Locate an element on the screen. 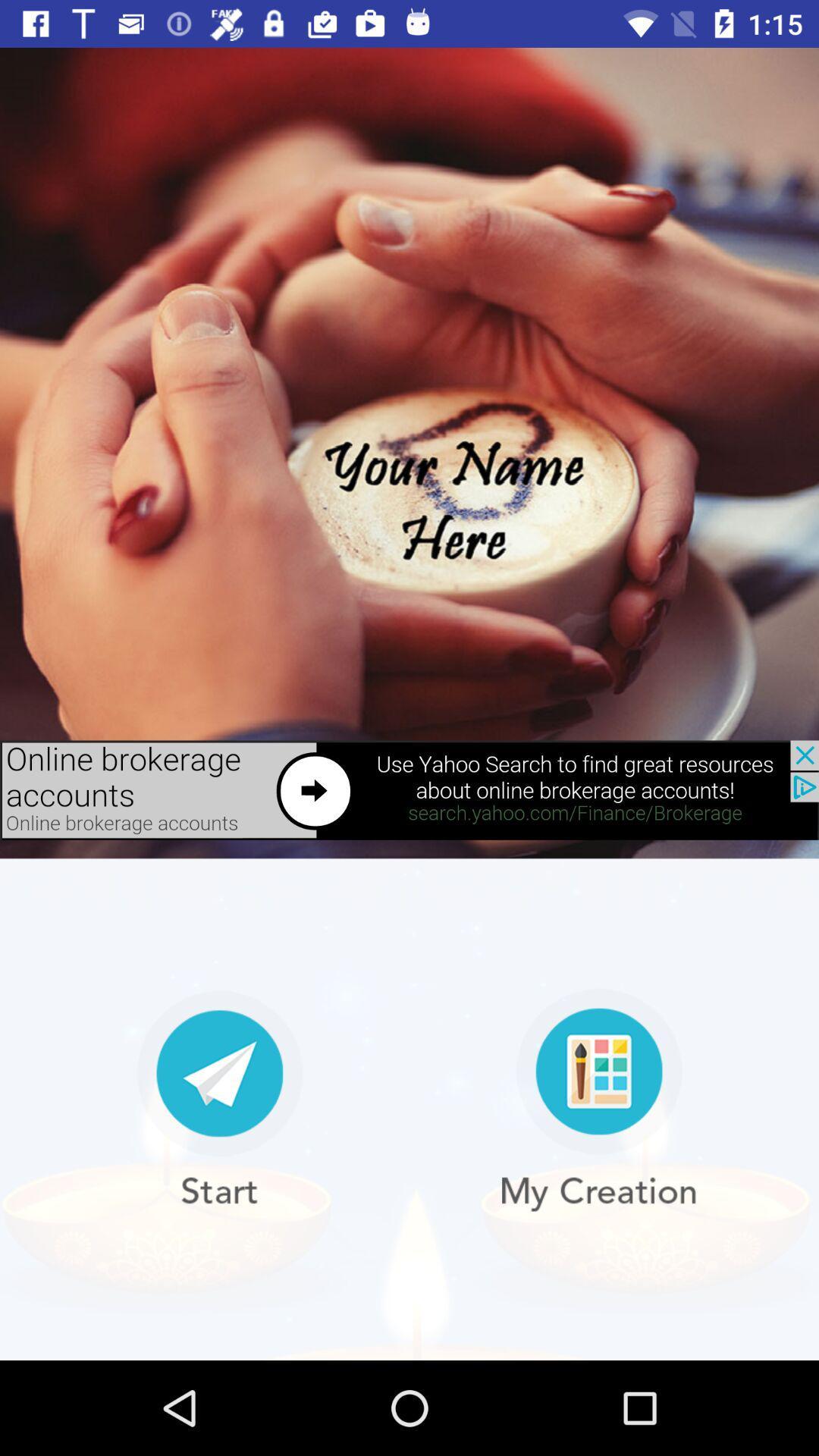 This screenshot has width=819, height=1456. start button is located at coordinates (219, 1100).